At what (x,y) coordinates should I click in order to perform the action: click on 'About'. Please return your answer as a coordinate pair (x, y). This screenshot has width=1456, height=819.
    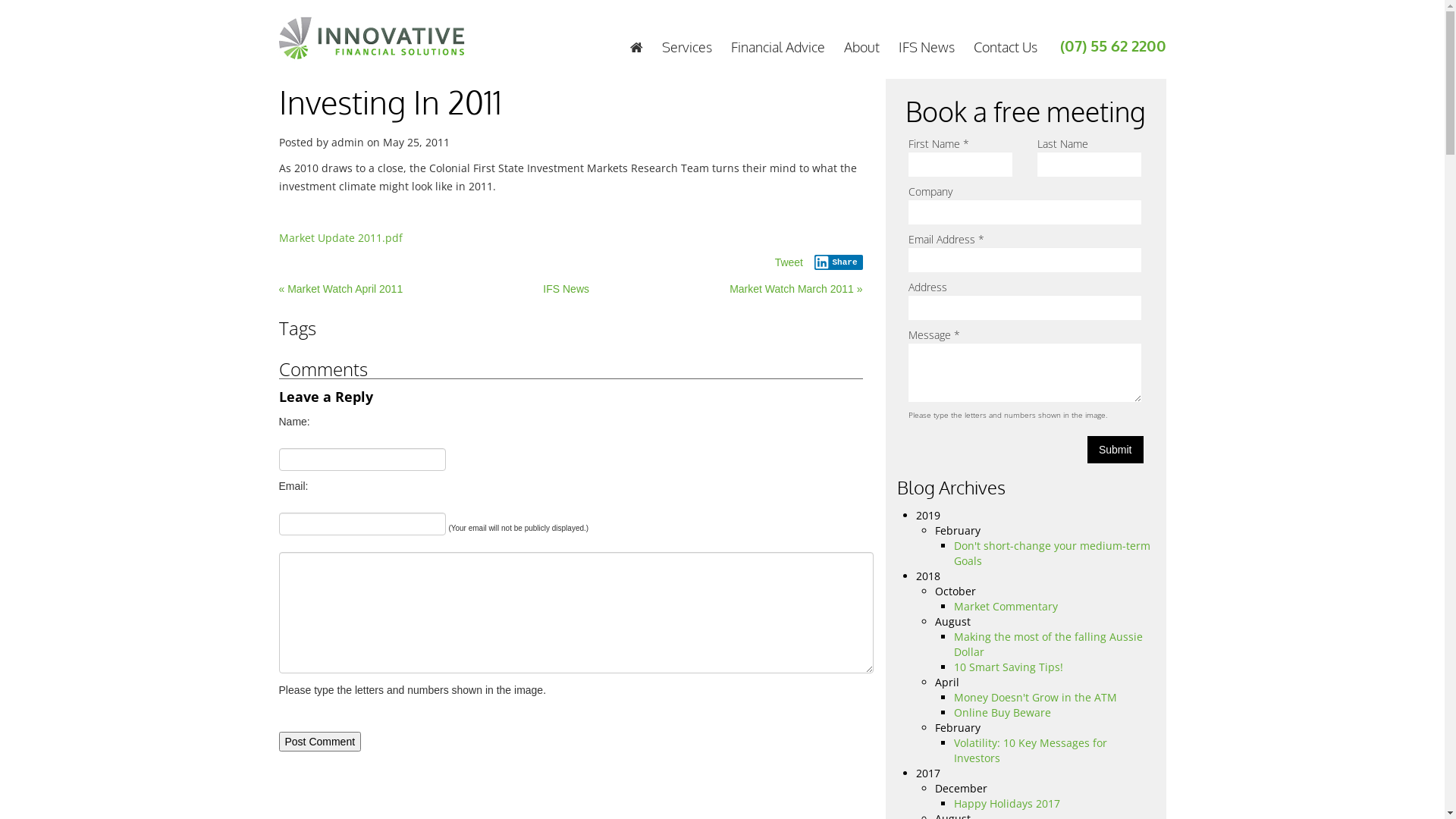
    Looking at the image, I should click on (861, 45).